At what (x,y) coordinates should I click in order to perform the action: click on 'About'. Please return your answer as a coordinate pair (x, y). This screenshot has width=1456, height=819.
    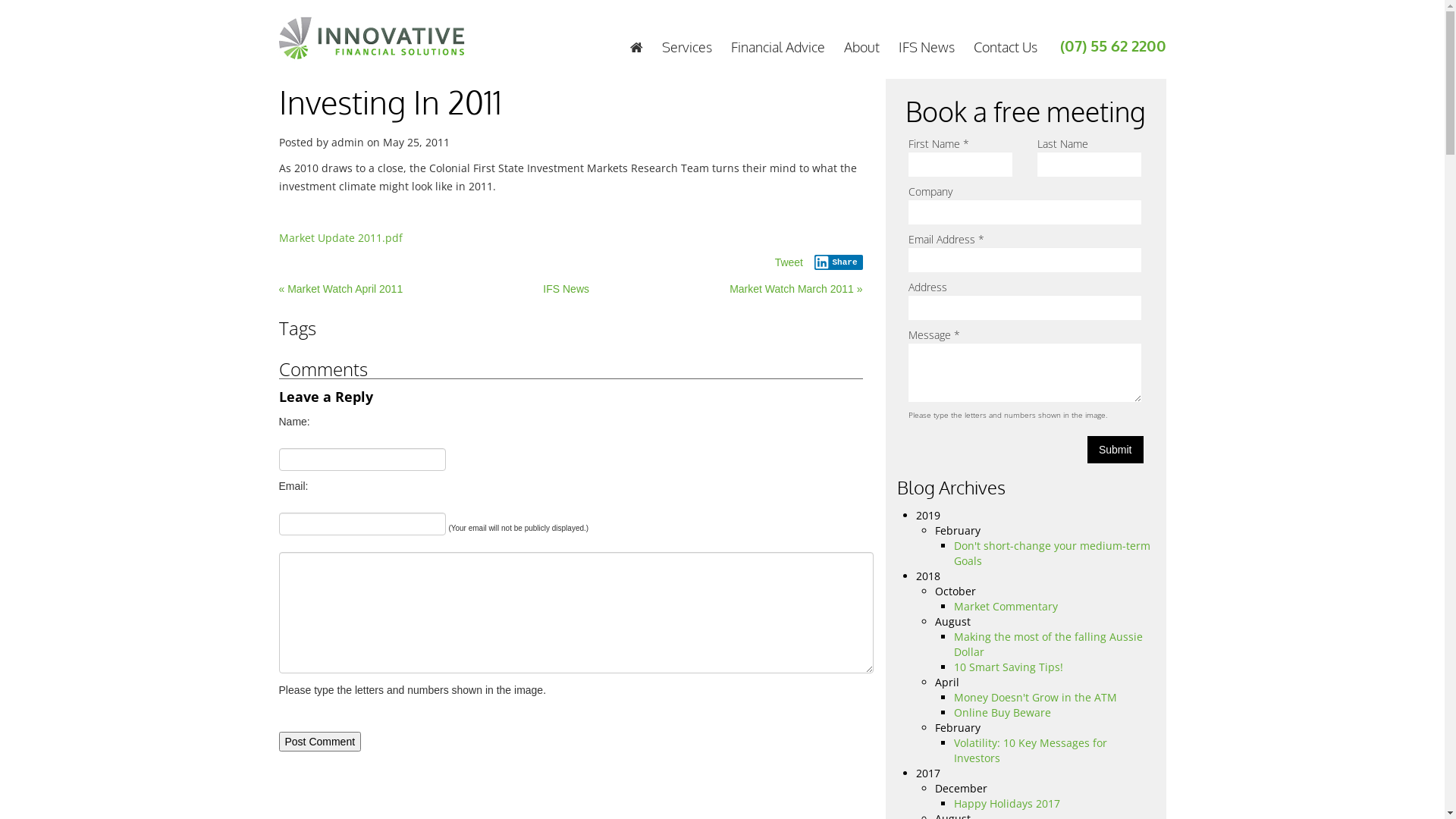
    Looking at the image, I should click on (861, 45).